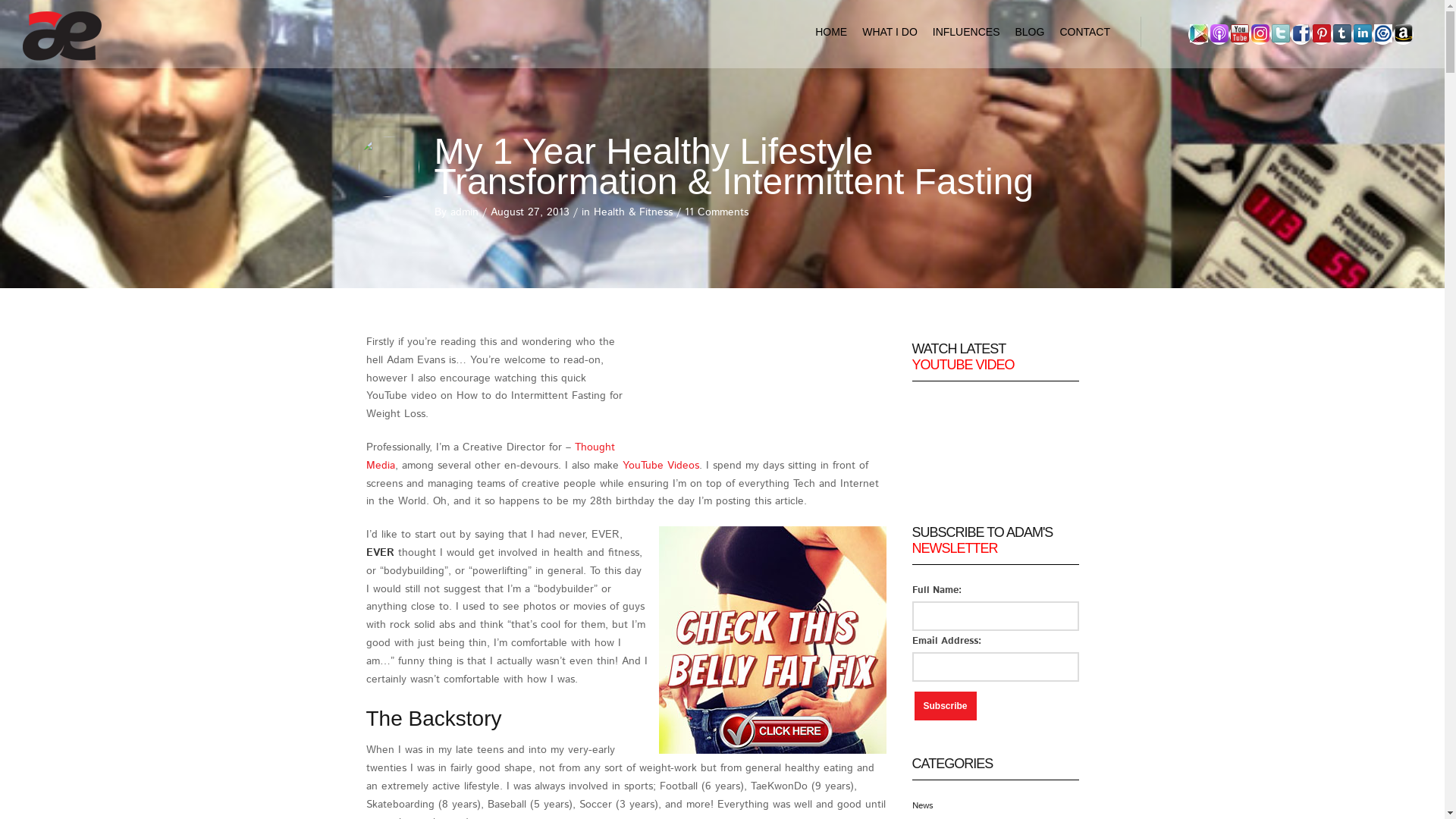  What do you see at coordinates (965, 32) in the screenshot?
I see `'INFLUENCES'` at bounding box center [965, 32].